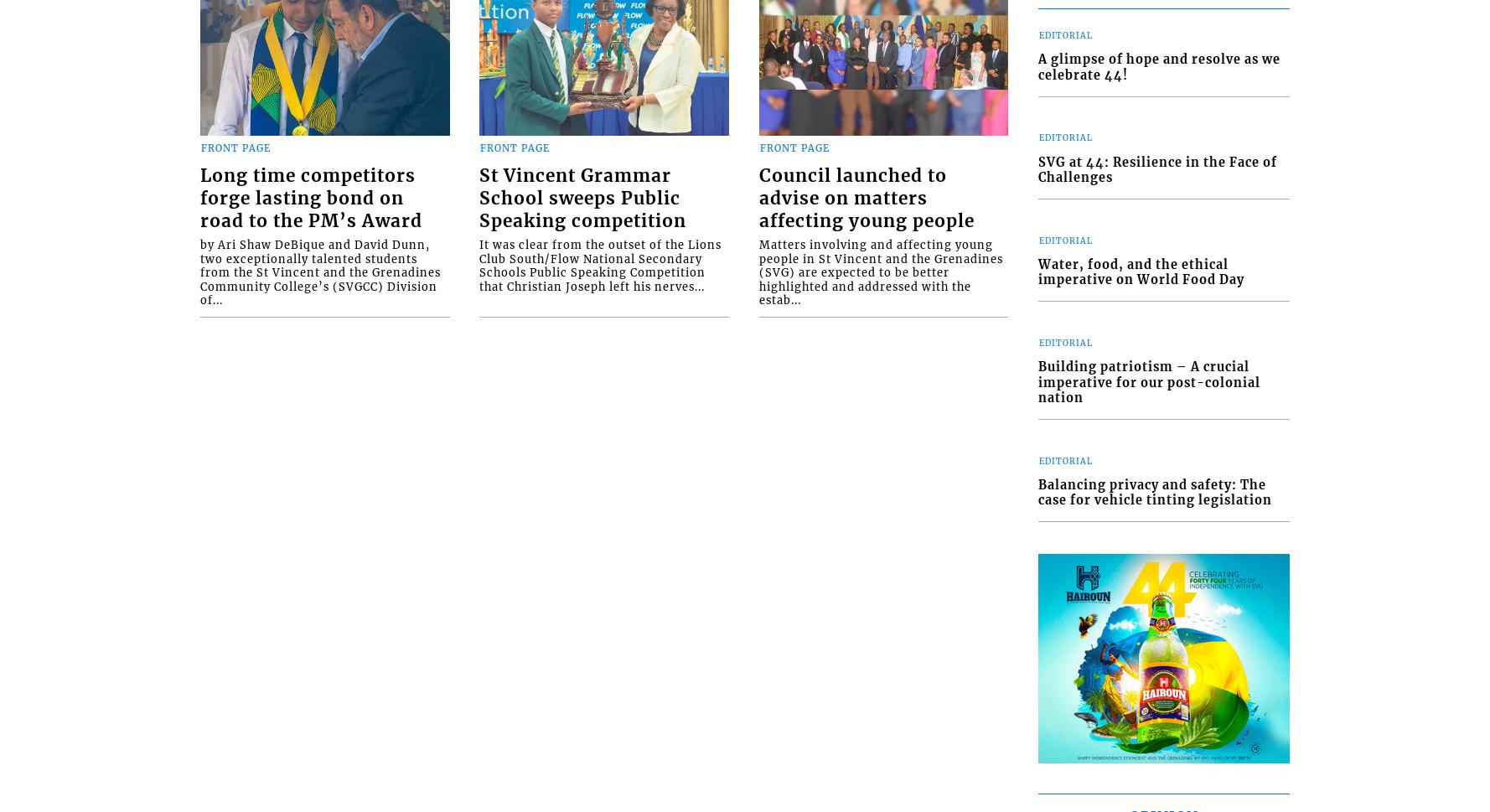  I want to click on 'It was clear from the outset of the Lions Club South/Flow National Secondary Schools Public Speaking Competition that Christian Joseph left his nerves...', so click(599, 263).